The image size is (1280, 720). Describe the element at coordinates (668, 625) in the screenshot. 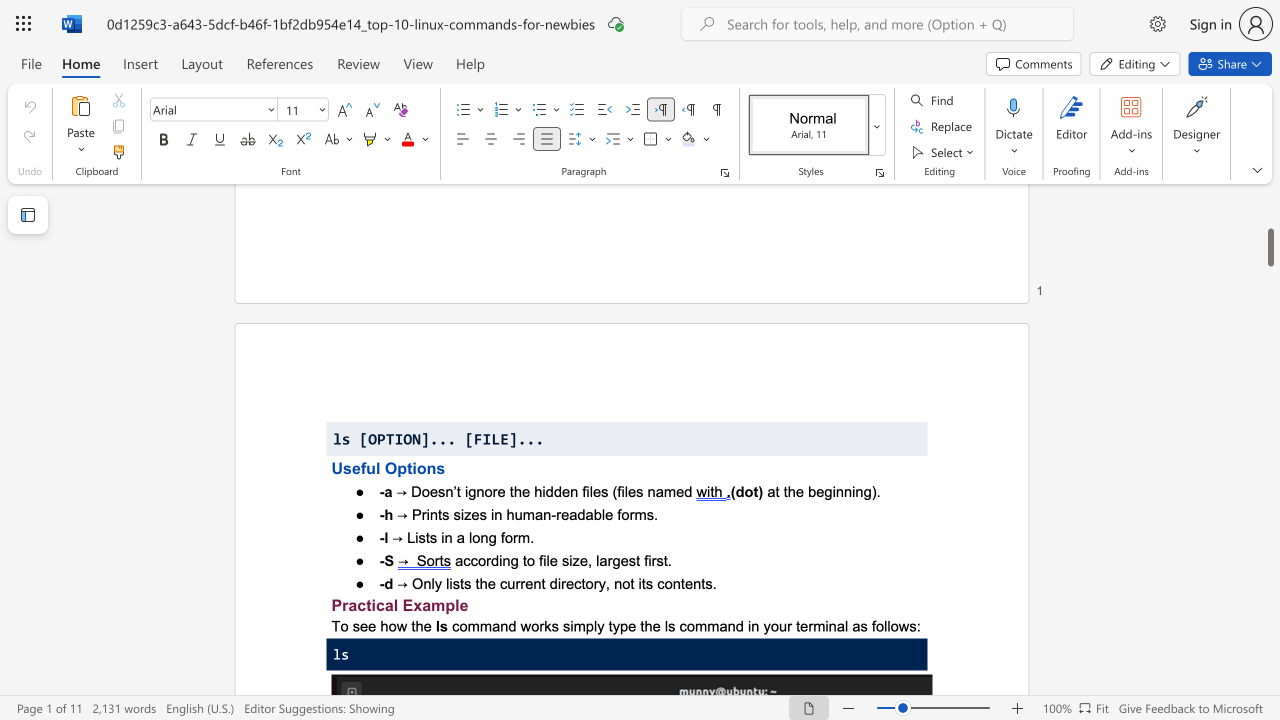

I see `the subset text "s command in y" within the text "command works simply type the ls command in your terminal as follows:"` at that location.